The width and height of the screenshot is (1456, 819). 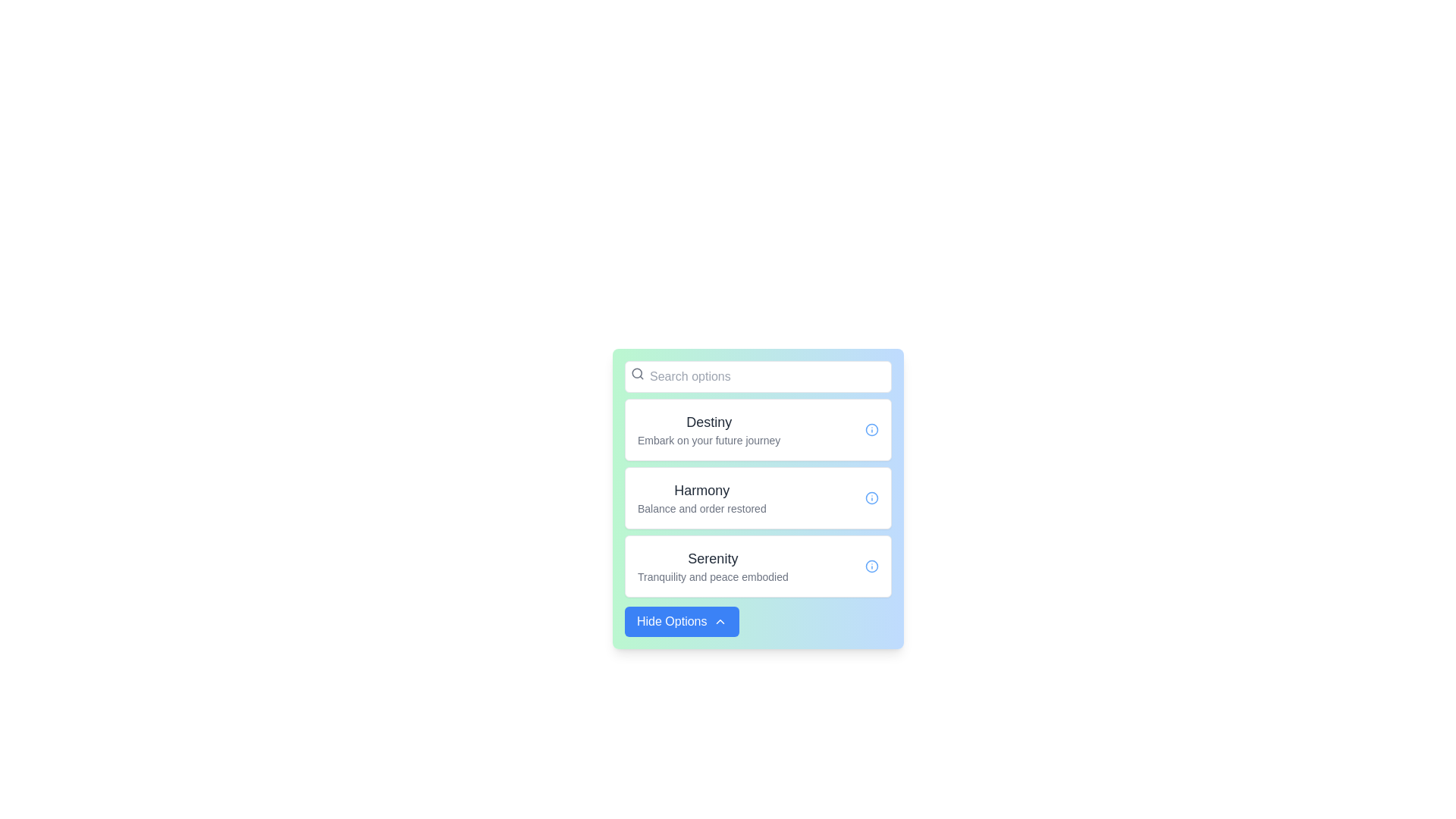 I want to click on the search icon shaped like a magnifying glass, located at the top-left inside the search box near the placeholder text 'Search options', so click(x=637, y=374).